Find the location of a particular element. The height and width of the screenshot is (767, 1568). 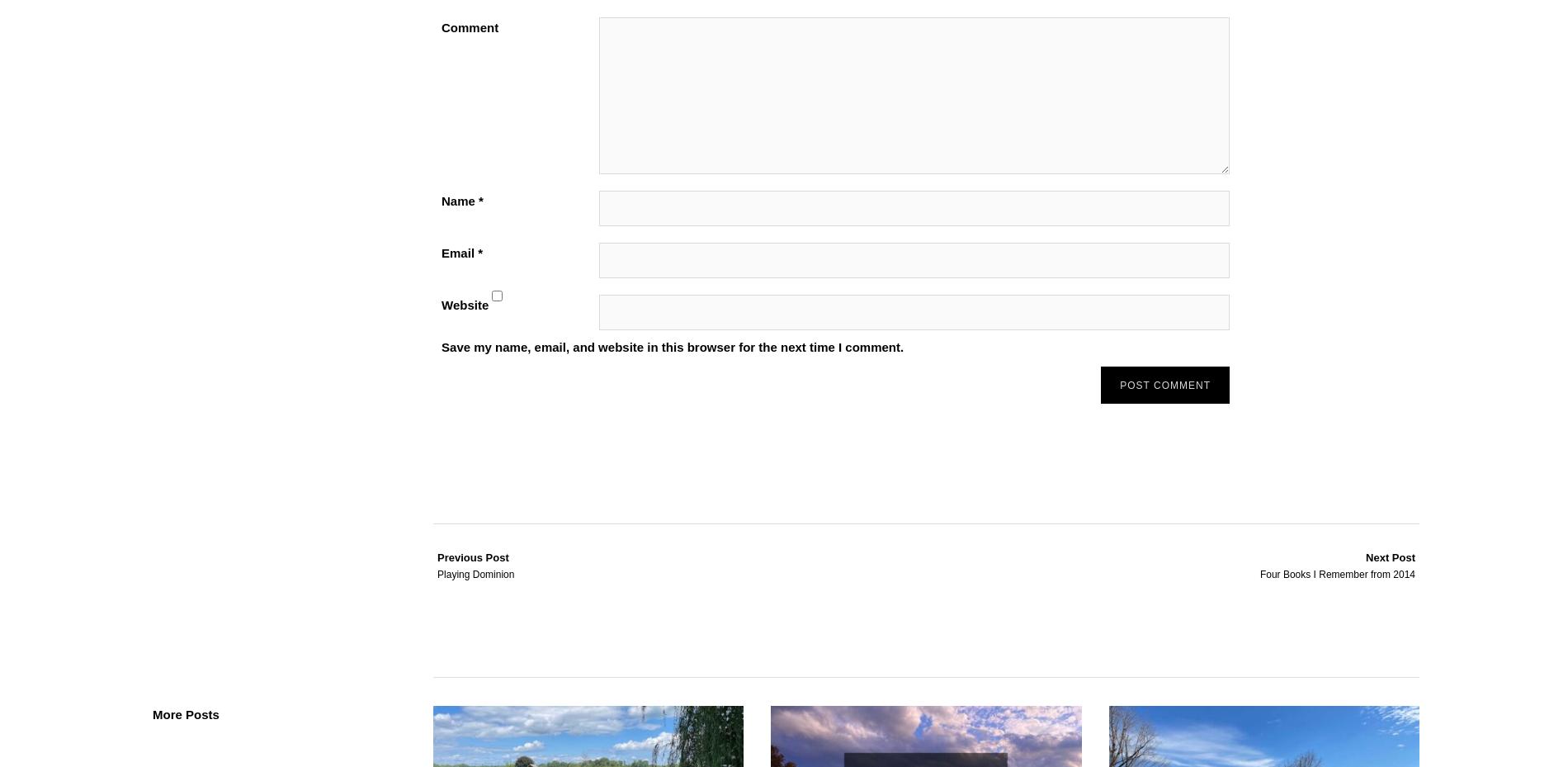

'Playing Dominion' is located at coordinates (475, 575).